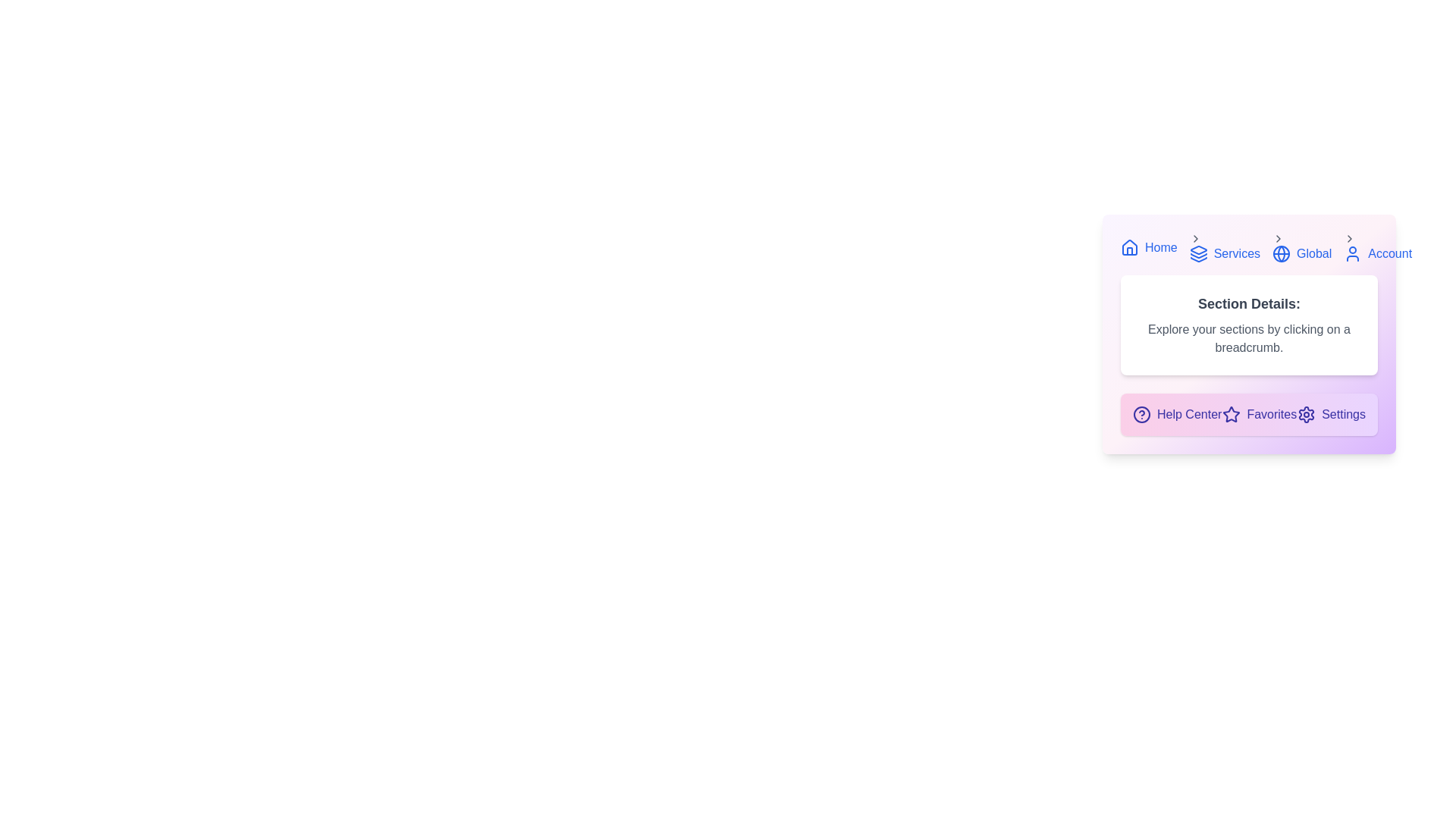 Image resolution: width=1456 pixels, height=819 pixels. What do you see at coordinates (1306, 415) in the screenshot?
I see `the intricate gear-shaped icon at the bottom right of the interface` at bounding box center [1306, 415].